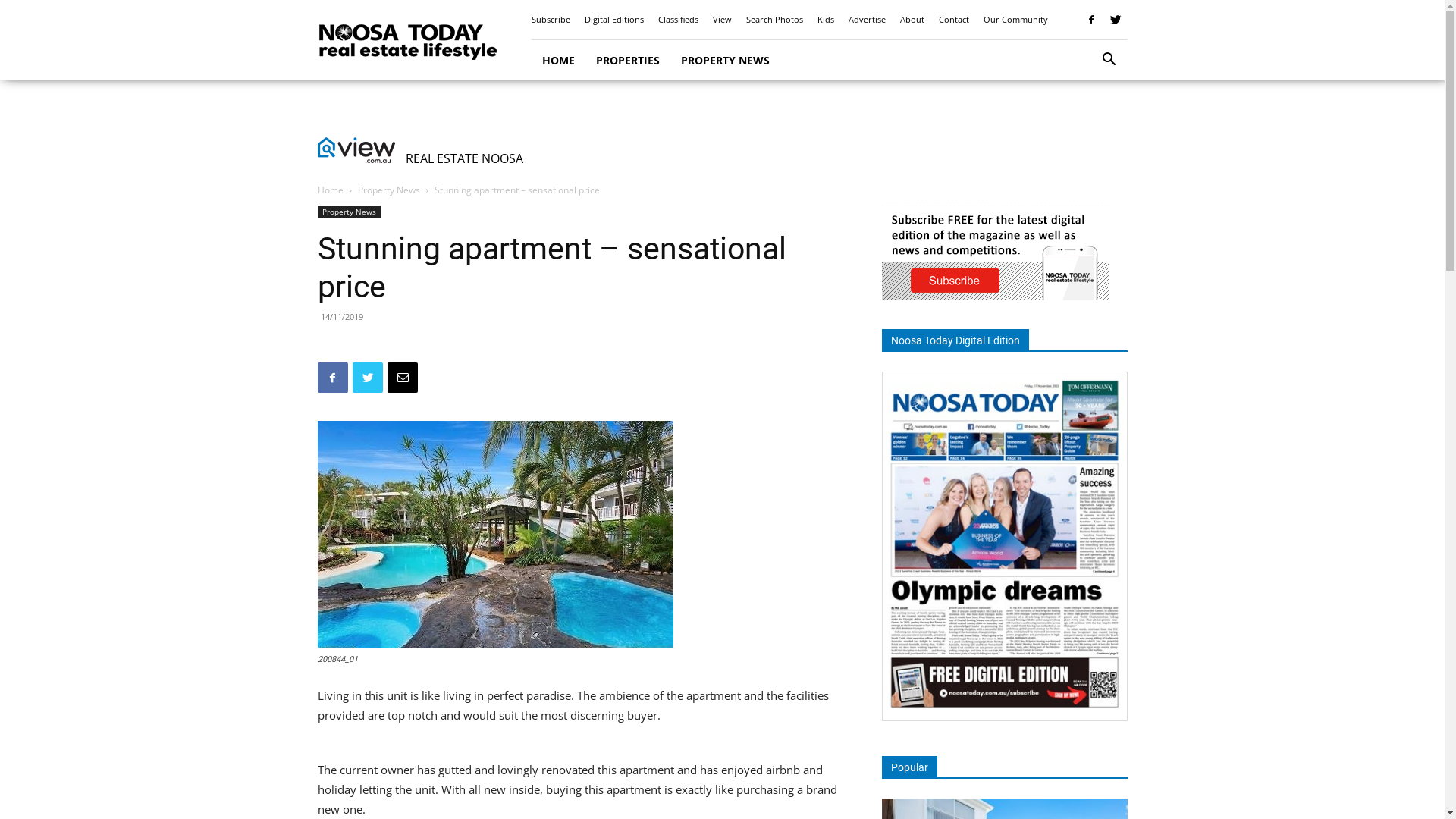 The height and width of the screenshot is (819, 1456). I want to click on 'HOME', so click(557, 59).